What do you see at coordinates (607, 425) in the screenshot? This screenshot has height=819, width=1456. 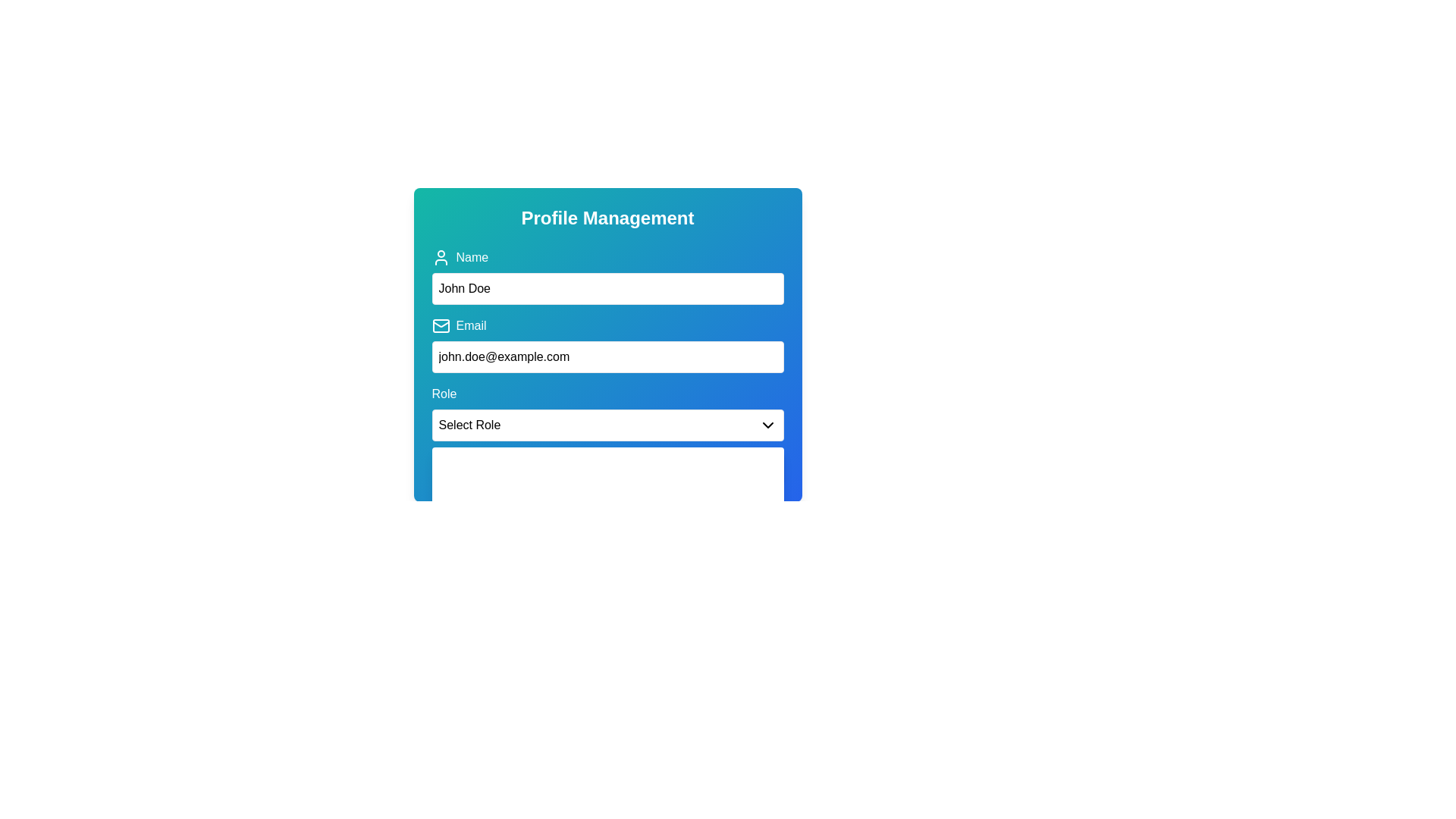 I see `the Dropdown menu in the 'Role' section of the form layout for keyboard input` at bounding box center [607, 425].